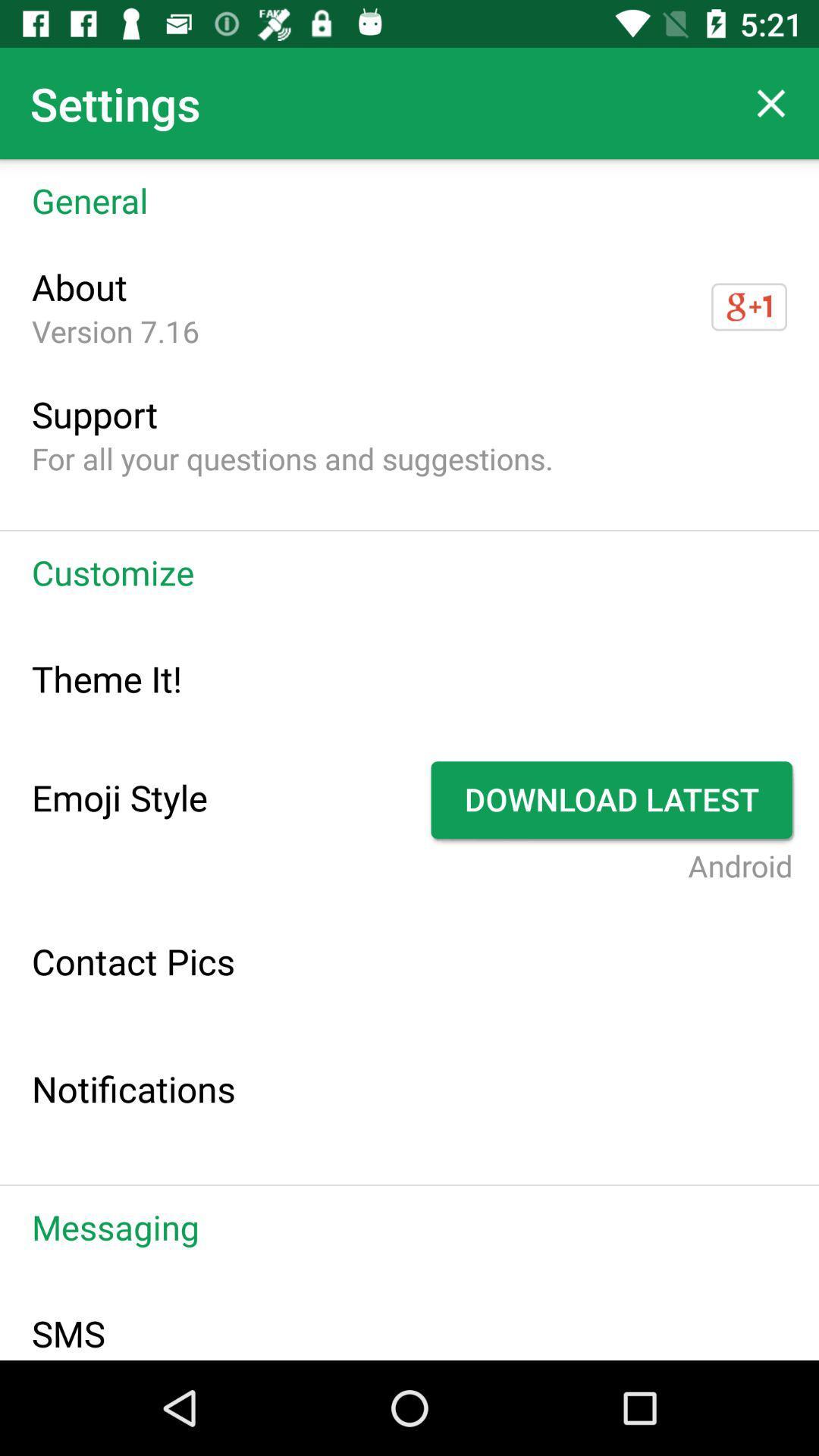  What do you see at coordinates (613, 799) in the screenshot?
I see `the download latest item` at bounding box center [613, 799].